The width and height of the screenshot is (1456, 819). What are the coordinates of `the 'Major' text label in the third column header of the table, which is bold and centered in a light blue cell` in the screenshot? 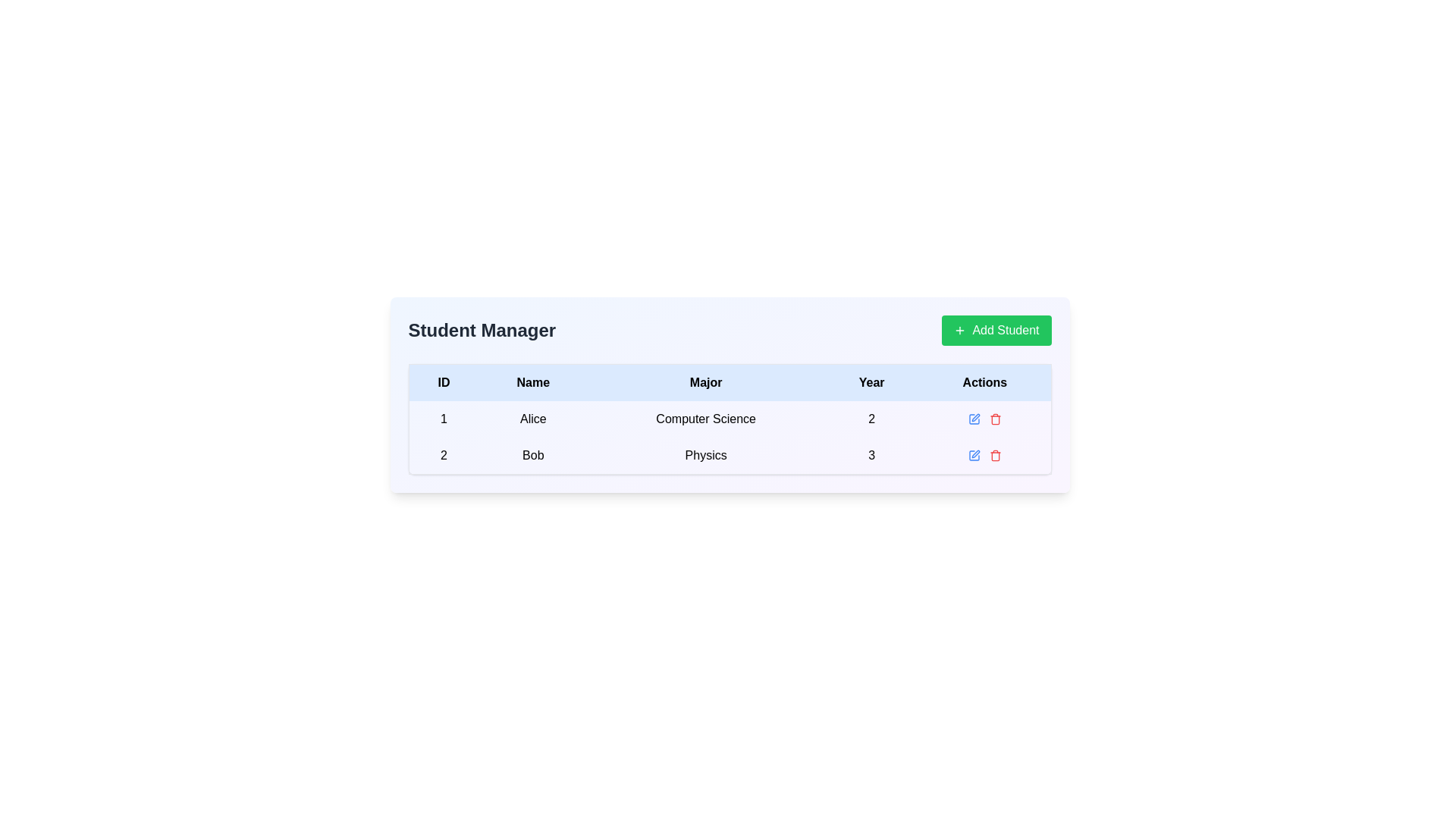 It's located at (705, 381).